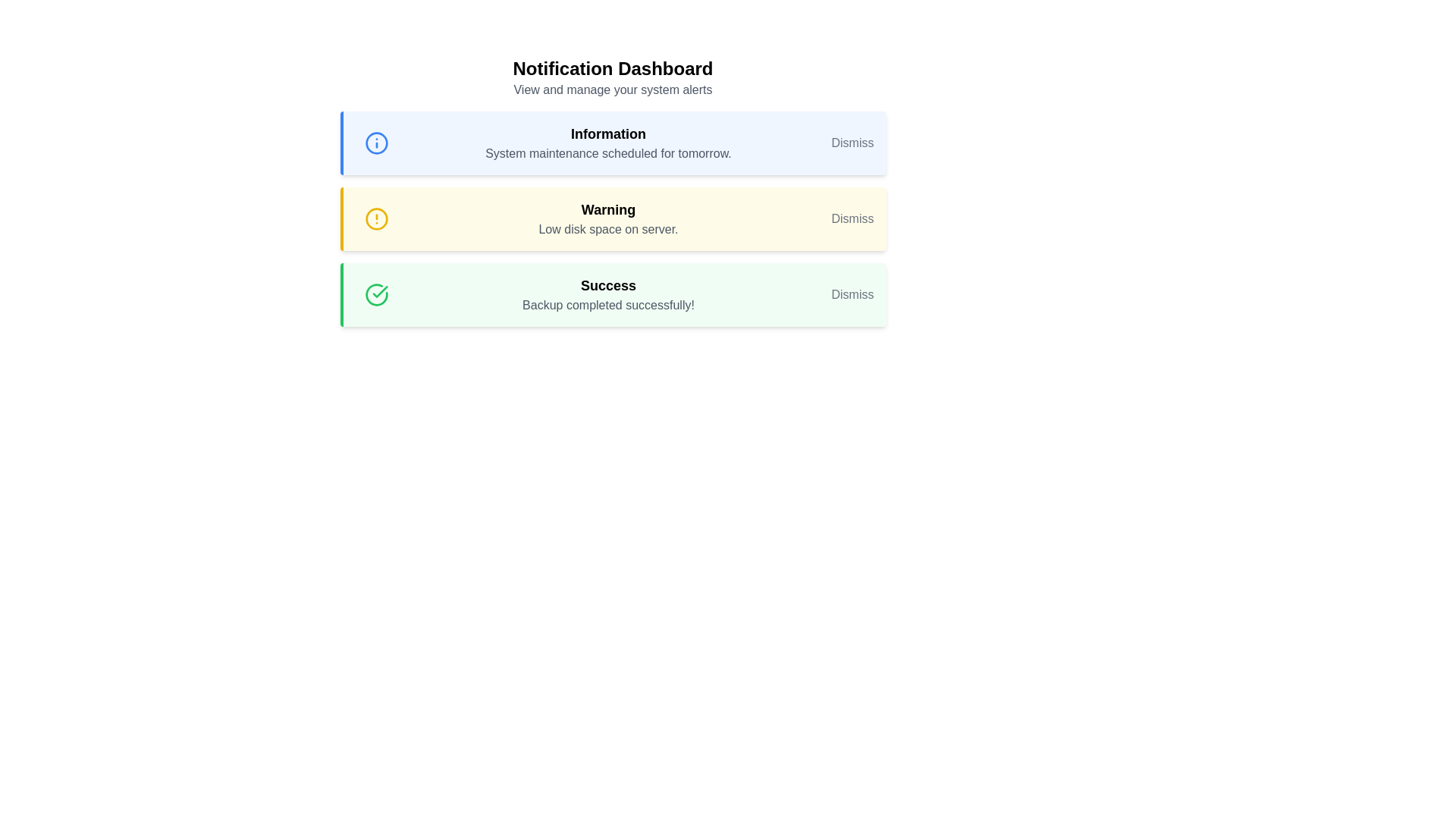 Image resolution: width=1456 pixels, height=819 pixels. Describe the element at coordinates (613, 78) in the screenshot. I see `the Text block containing the heading 'Notification Dashboard' and subtitle 'View and manage your system alerts', which is located at the top of the page` at that location.